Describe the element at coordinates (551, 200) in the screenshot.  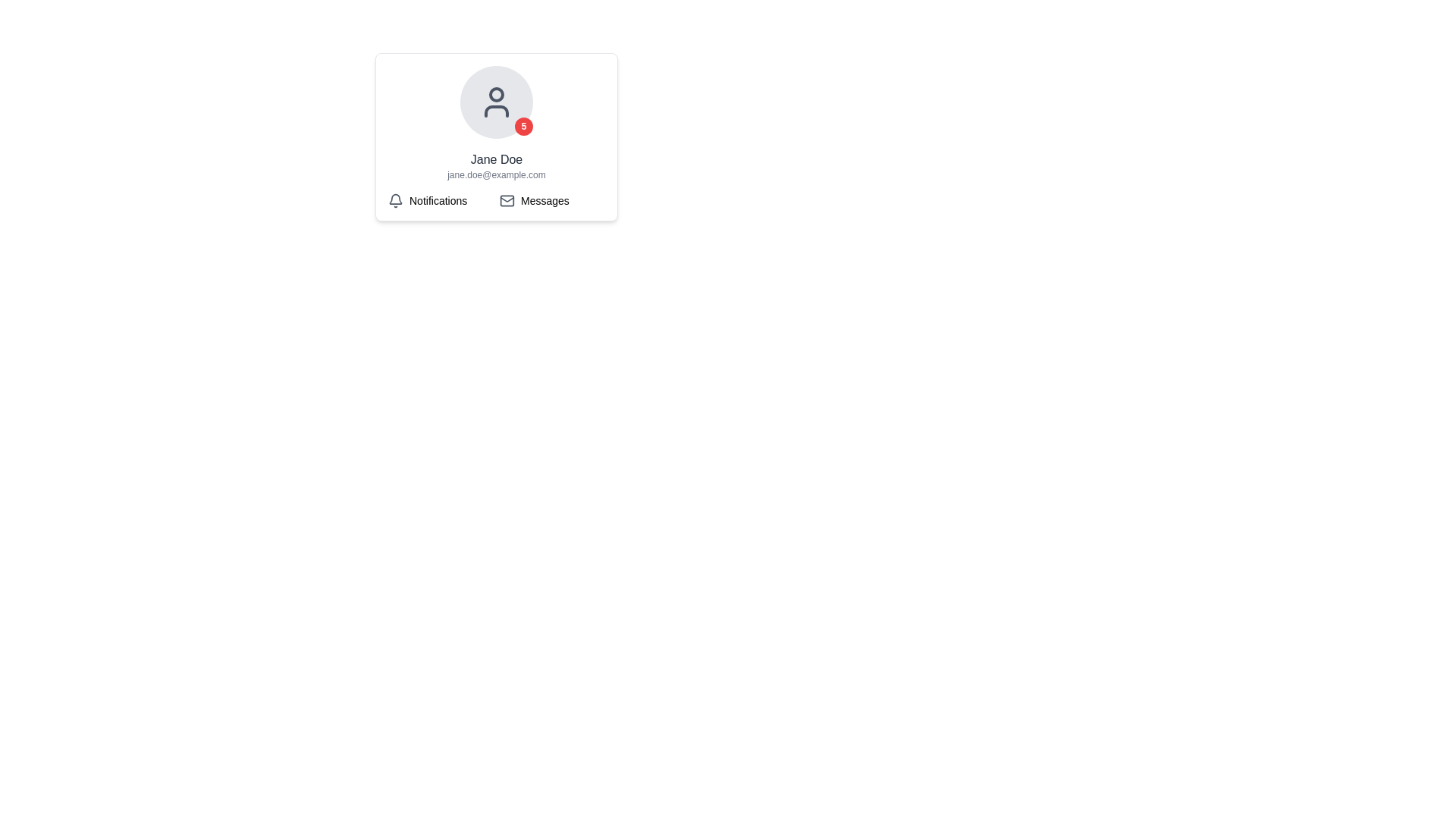
I see `the Action link/button located in the second column of the grid layout, directly to the right of the Notifications section` at that location.